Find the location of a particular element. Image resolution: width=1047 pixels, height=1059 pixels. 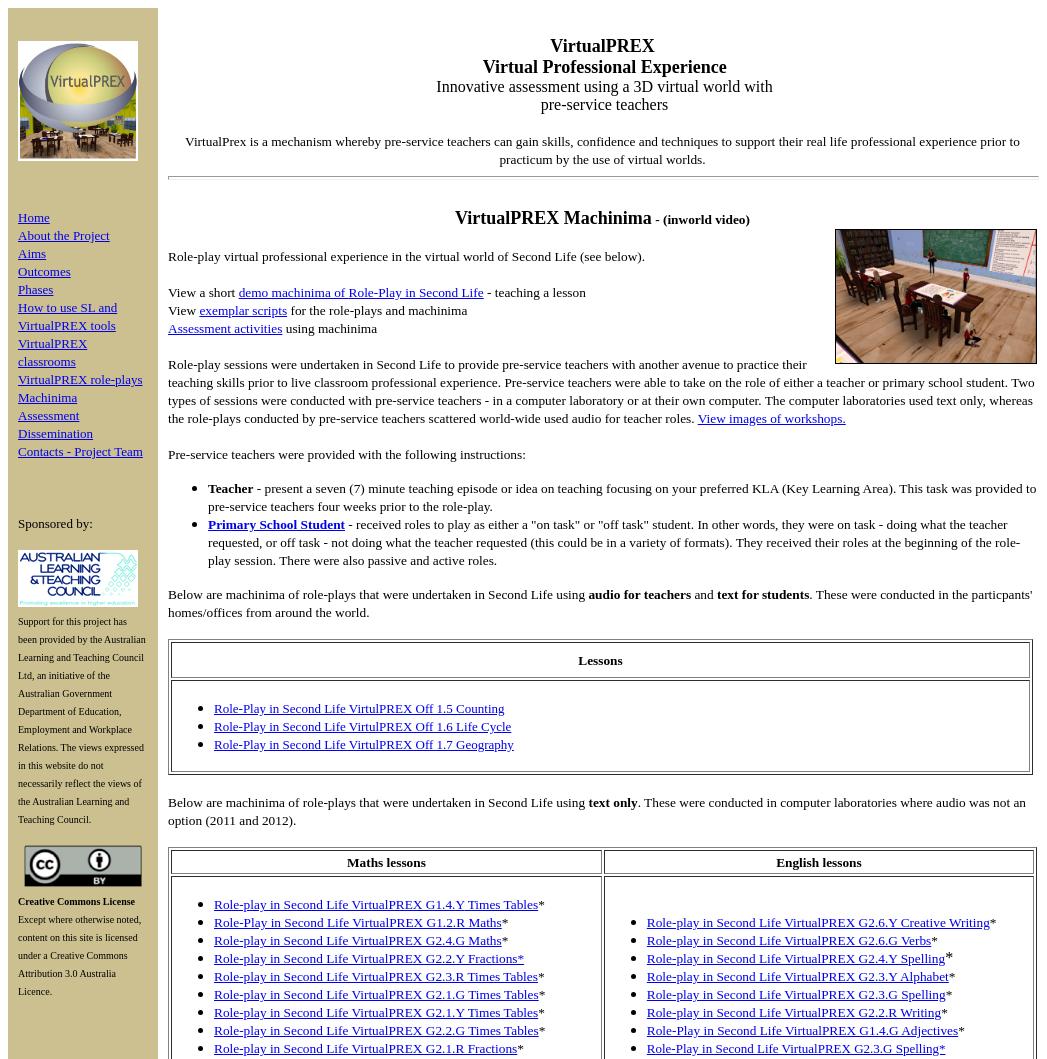

'VirtualPREX' is located at coordinates (601, 45).